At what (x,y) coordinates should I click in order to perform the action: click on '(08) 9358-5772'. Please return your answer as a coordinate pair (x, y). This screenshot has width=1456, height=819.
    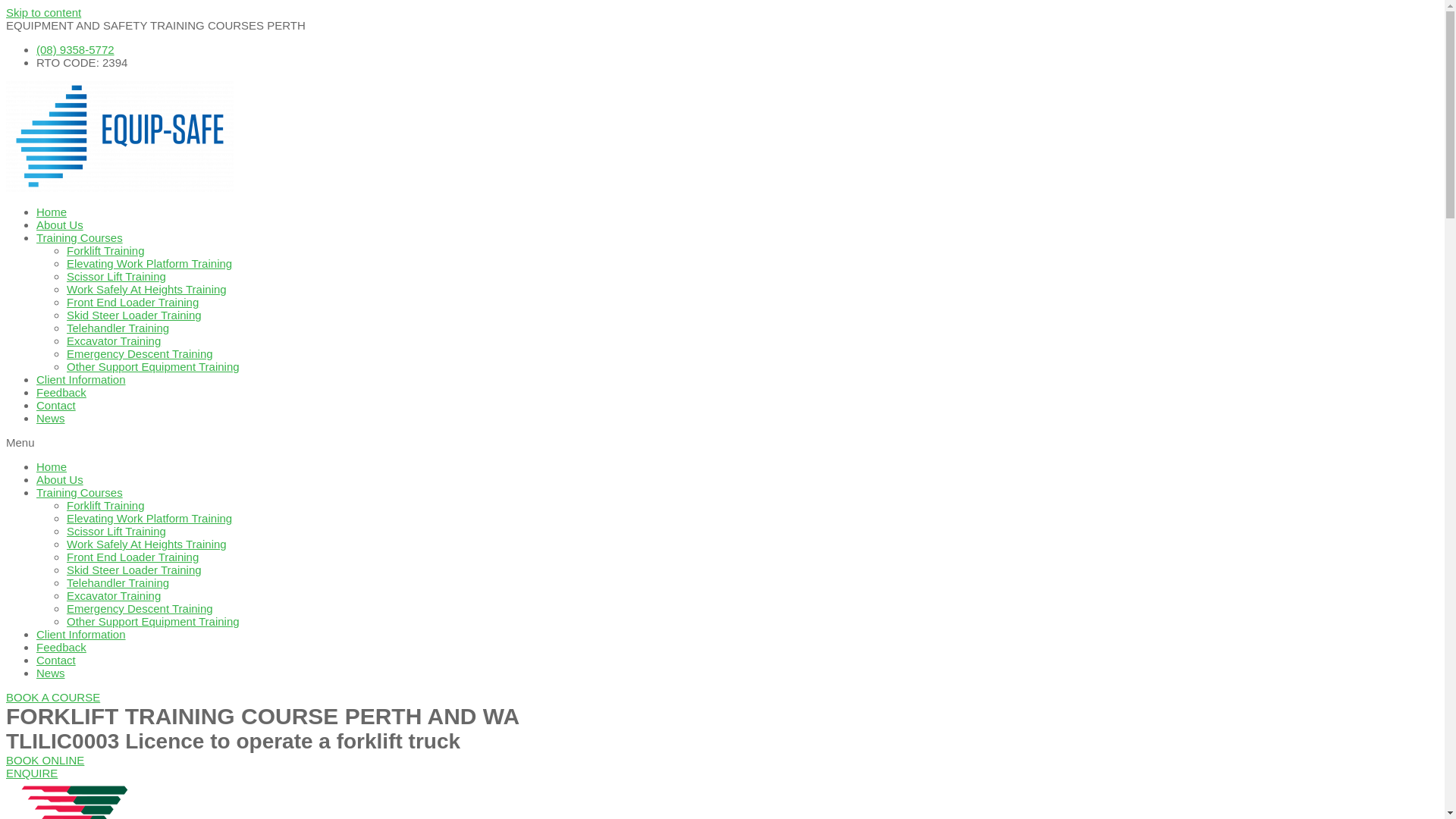
    Looking at the image, I should click on (74, 49).